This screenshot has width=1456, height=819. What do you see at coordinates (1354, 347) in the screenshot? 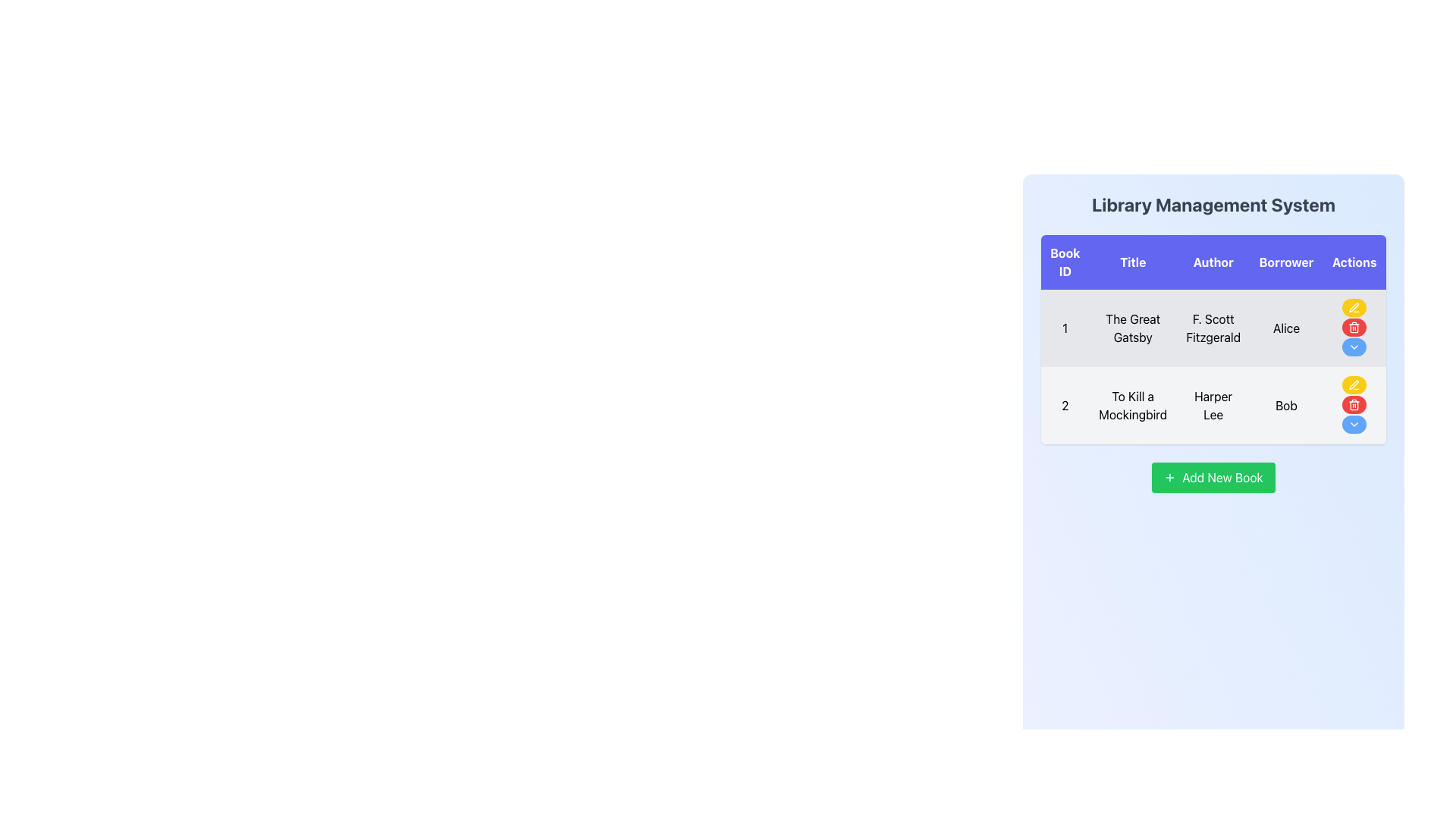
I see `the rounded blue button with a white chevron-down icon located at the bottom right of the 'Actions' column for the first row in the book details table` at bounding box center [1354, 347].